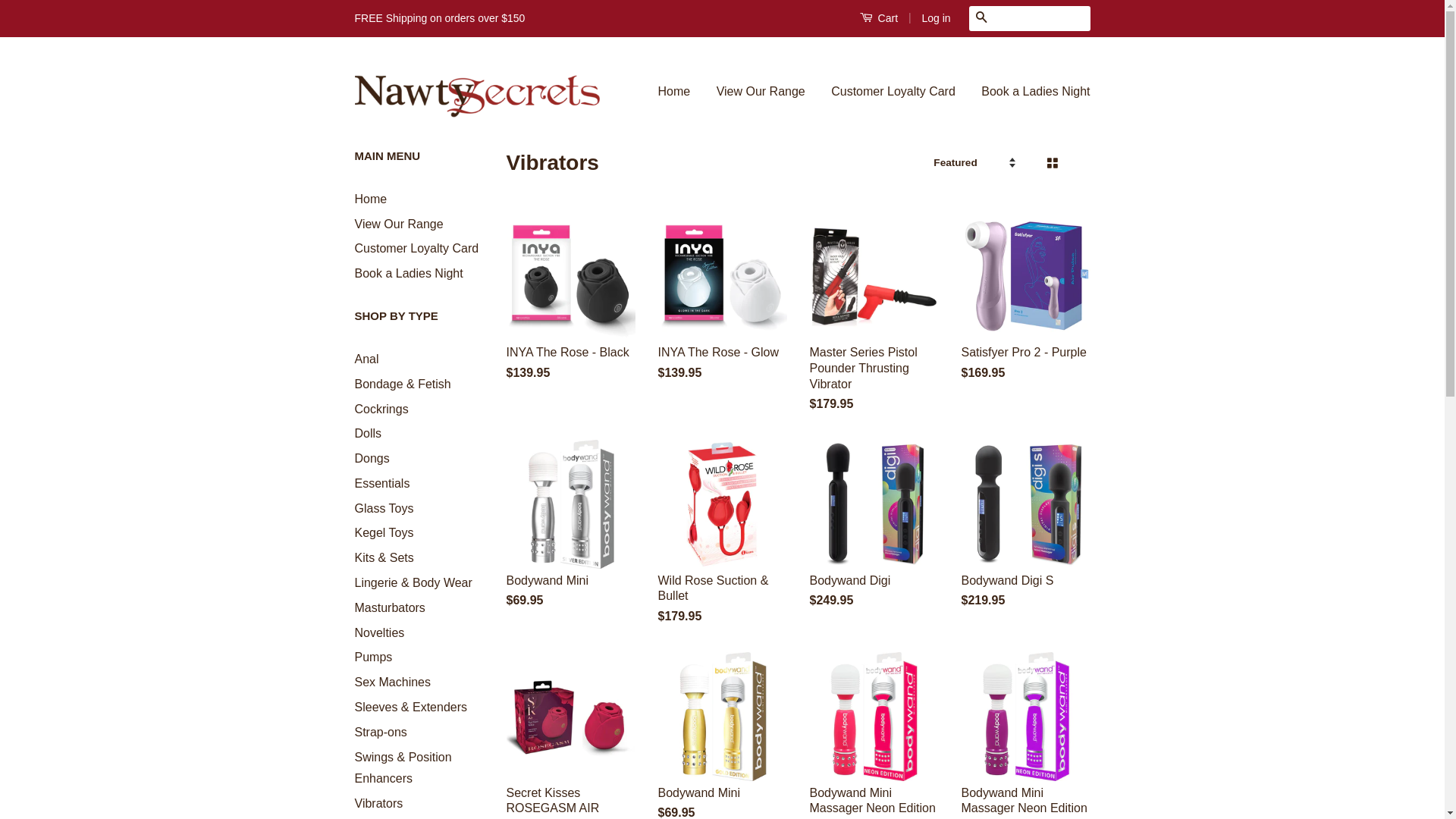  I want to click on 'Wild Rose Suction & Bullet, so click(658, 546).